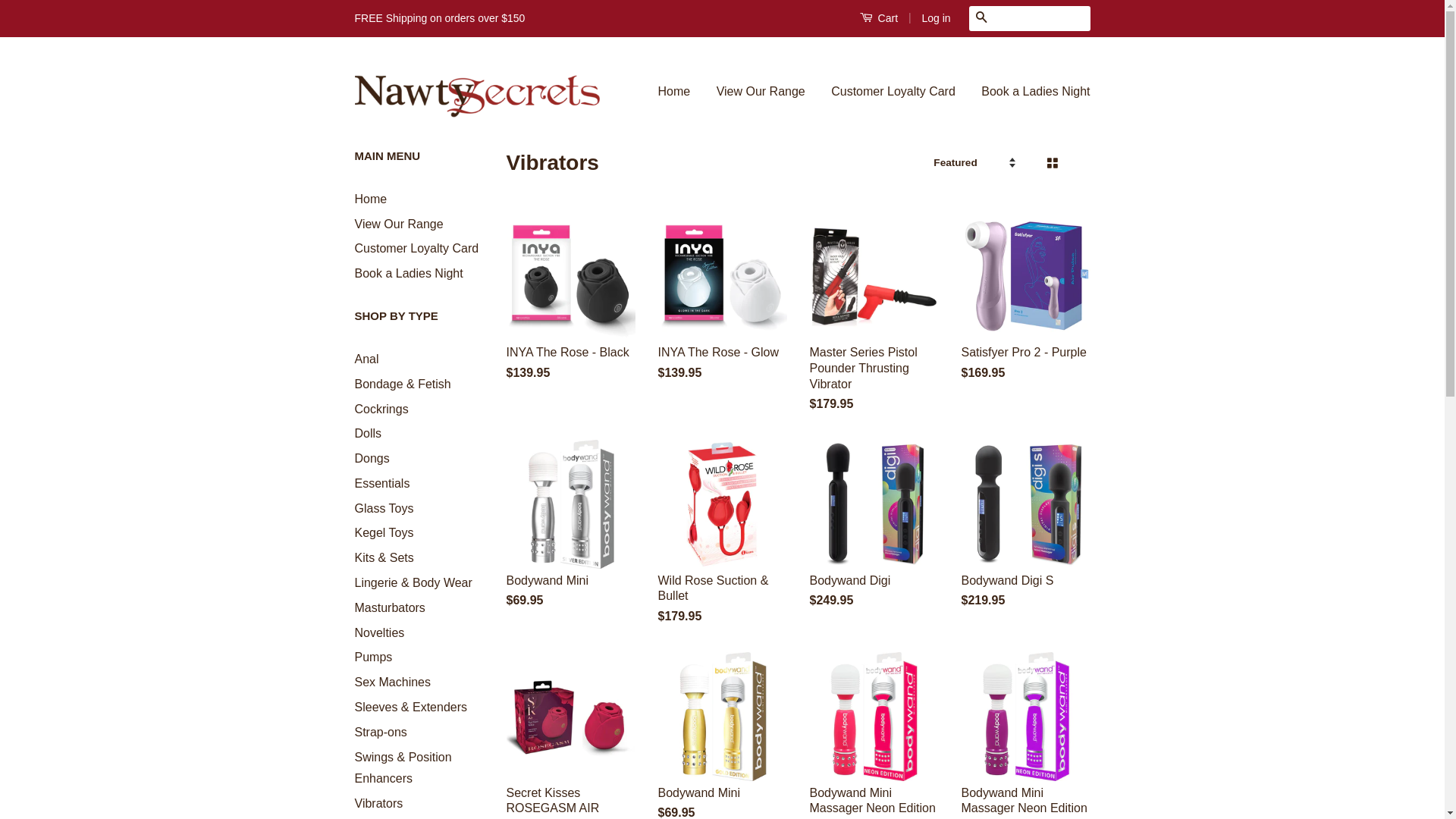  I want to click on 'Wild Rose Suction & Bullet, so click(658, 546).